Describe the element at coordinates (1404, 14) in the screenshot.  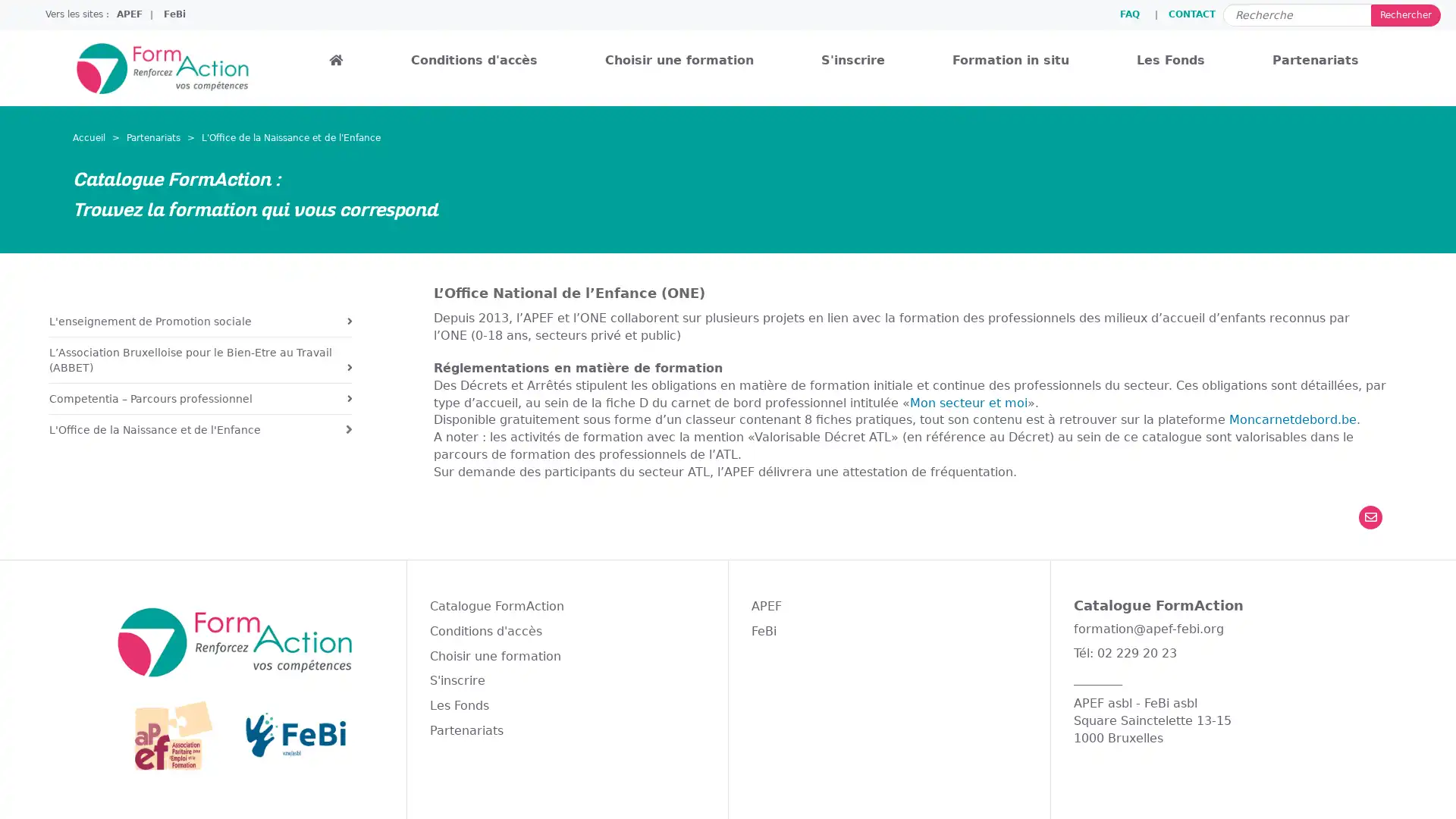
I see `Rechercher` at that location.